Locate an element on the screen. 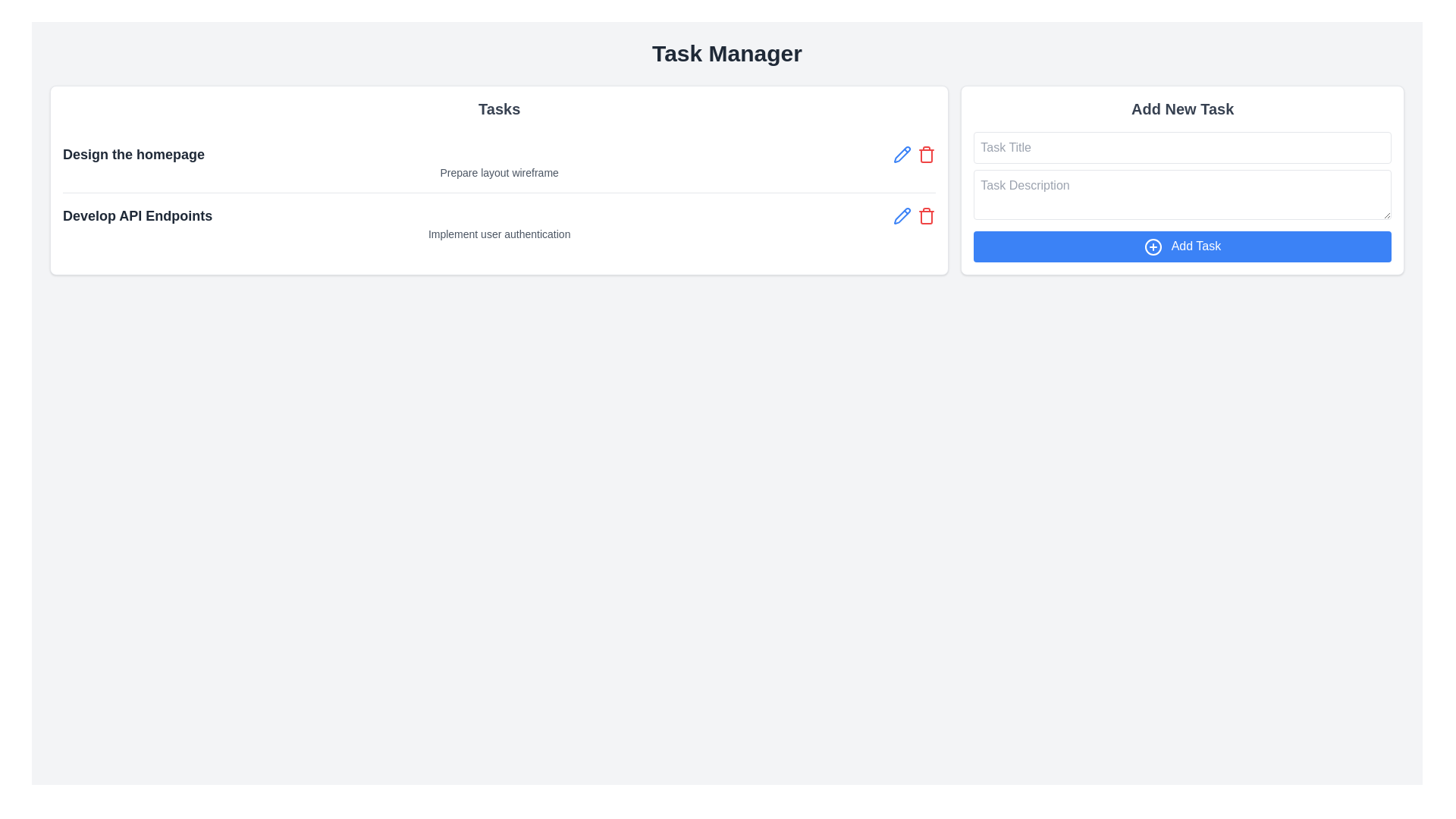 The width and height of the screenshot is (1456, 819). the delete button located at the far right of the second task in the task management interface to possibly reveal additional information is located at coordinates (926, 216).